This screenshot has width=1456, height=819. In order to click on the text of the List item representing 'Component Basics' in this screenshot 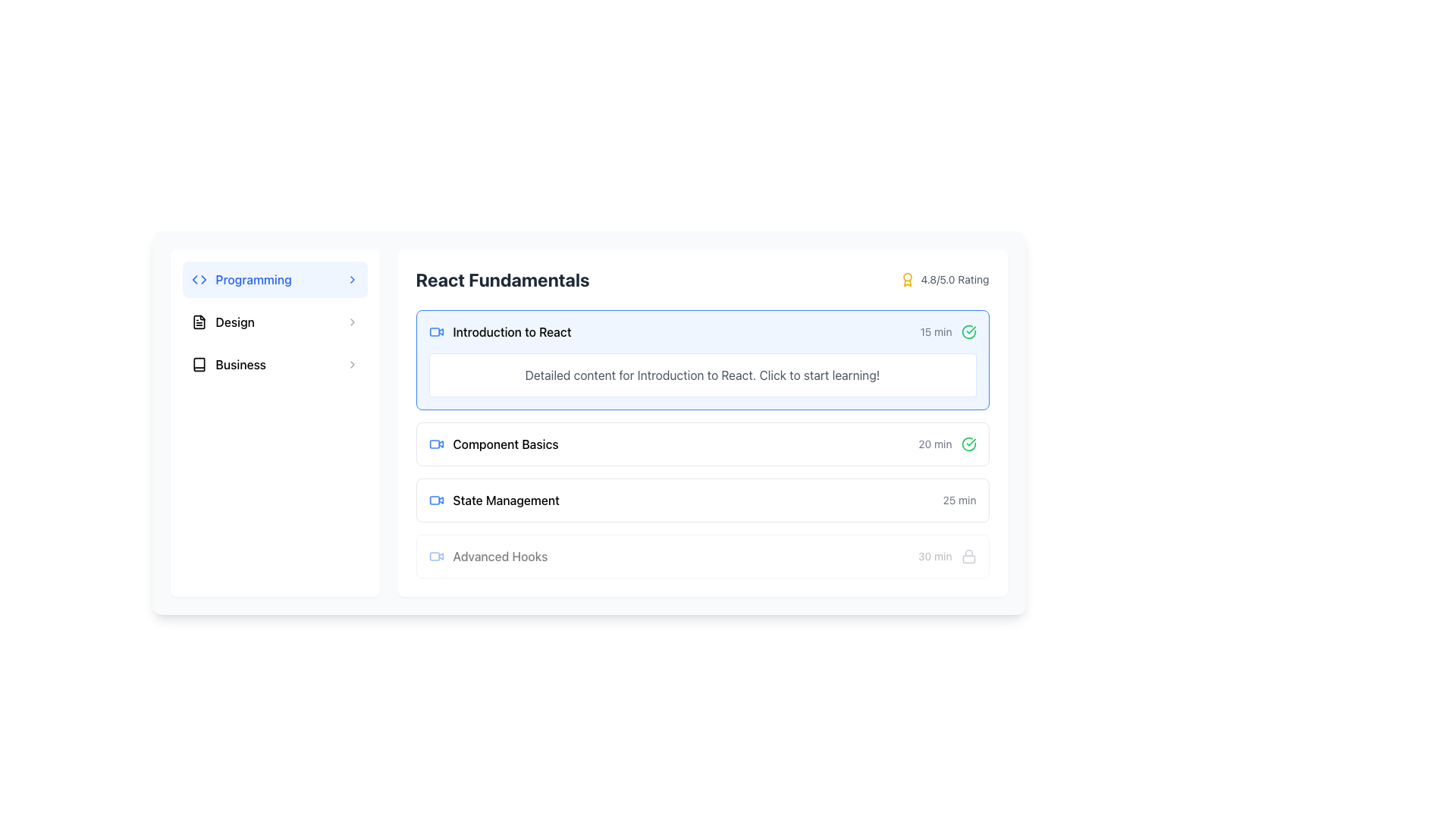, I will do `click(494, 444)`.